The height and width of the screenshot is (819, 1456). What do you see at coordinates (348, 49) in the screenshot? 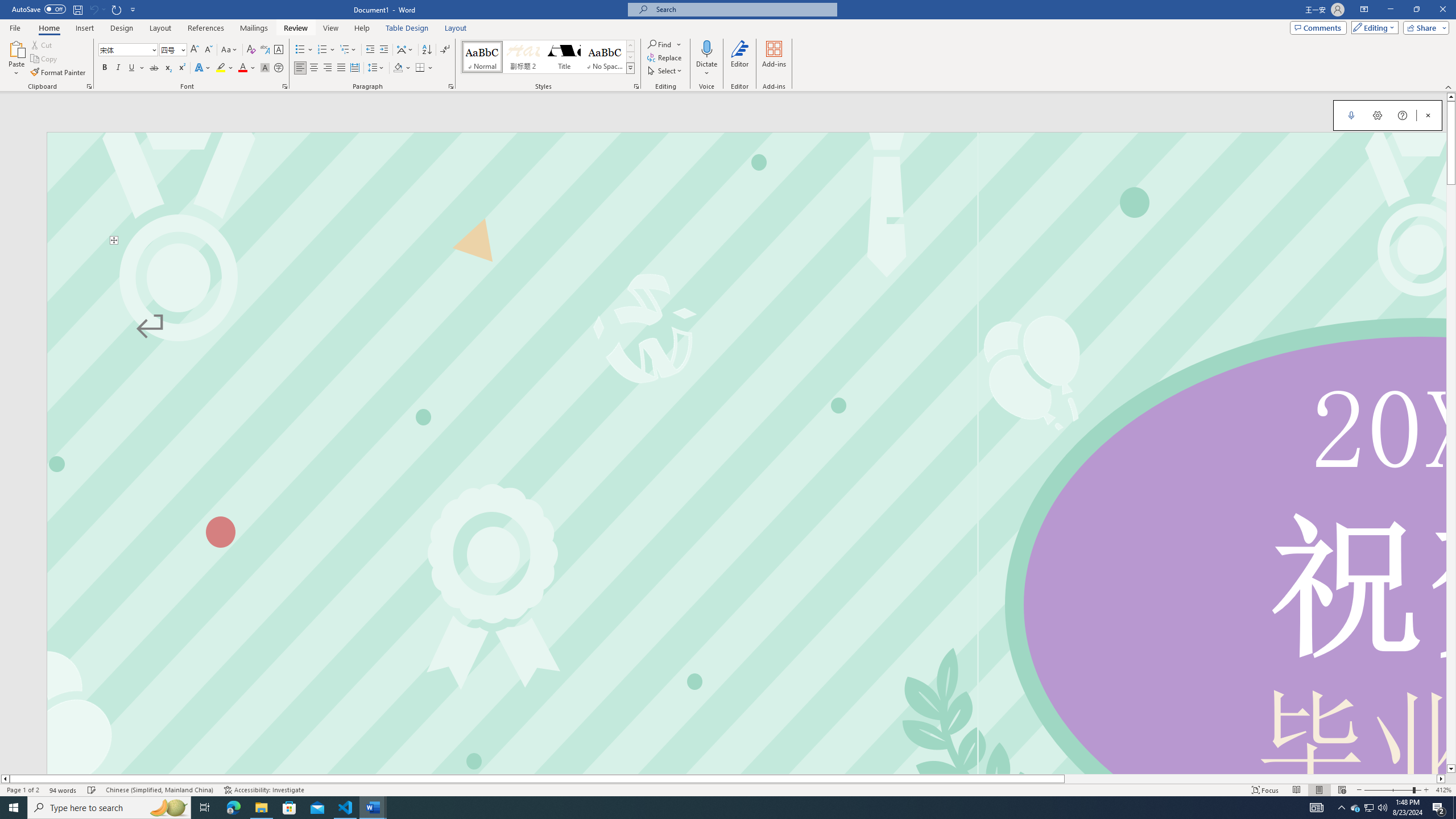
I see `'Multilevel List'` at bounding box center [348, 49].